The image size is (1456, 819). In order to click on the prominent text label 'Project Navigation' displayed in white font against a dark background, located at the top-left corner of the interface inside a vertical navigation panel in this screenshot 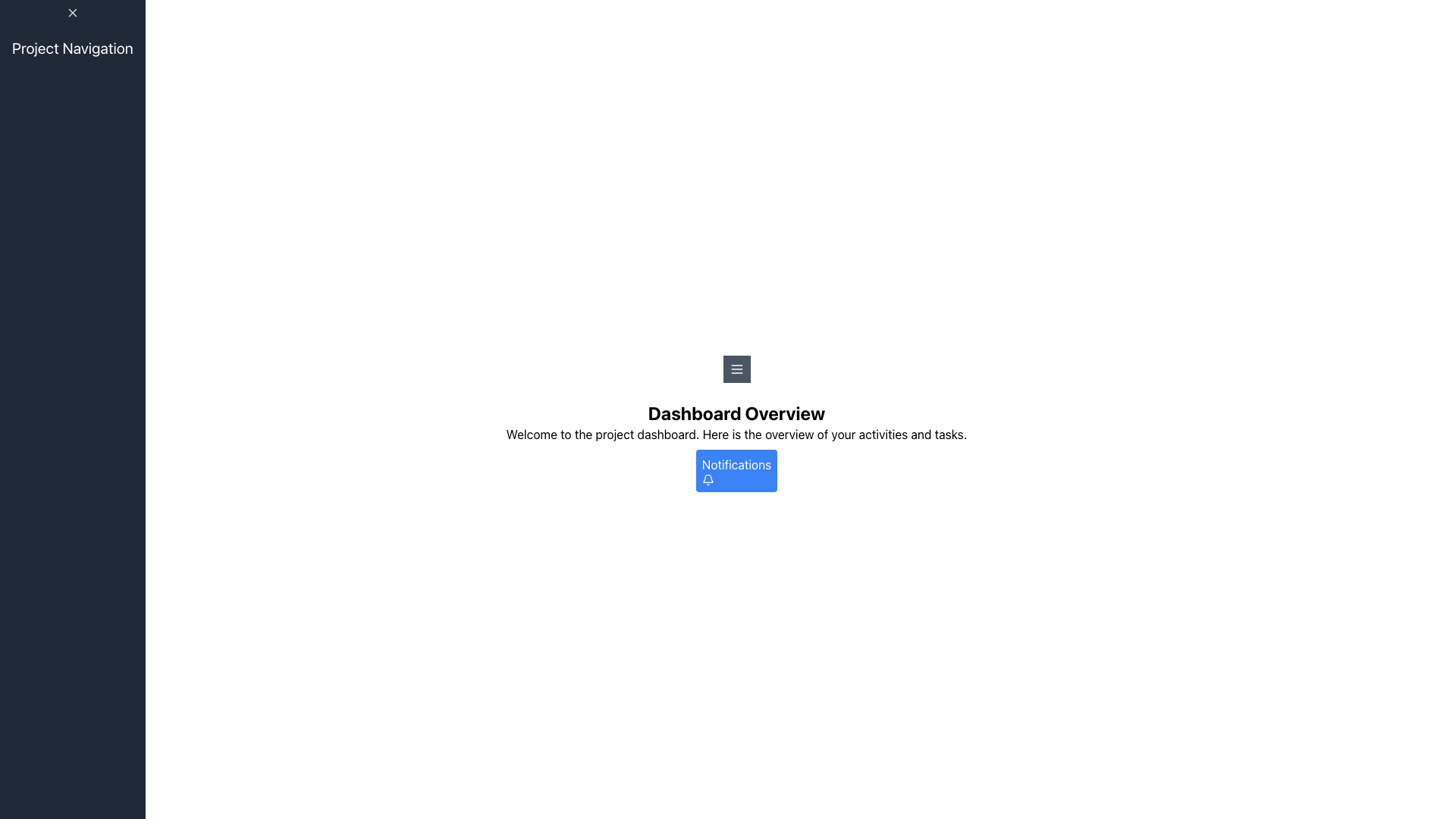, I will do `click(71, 48)`.